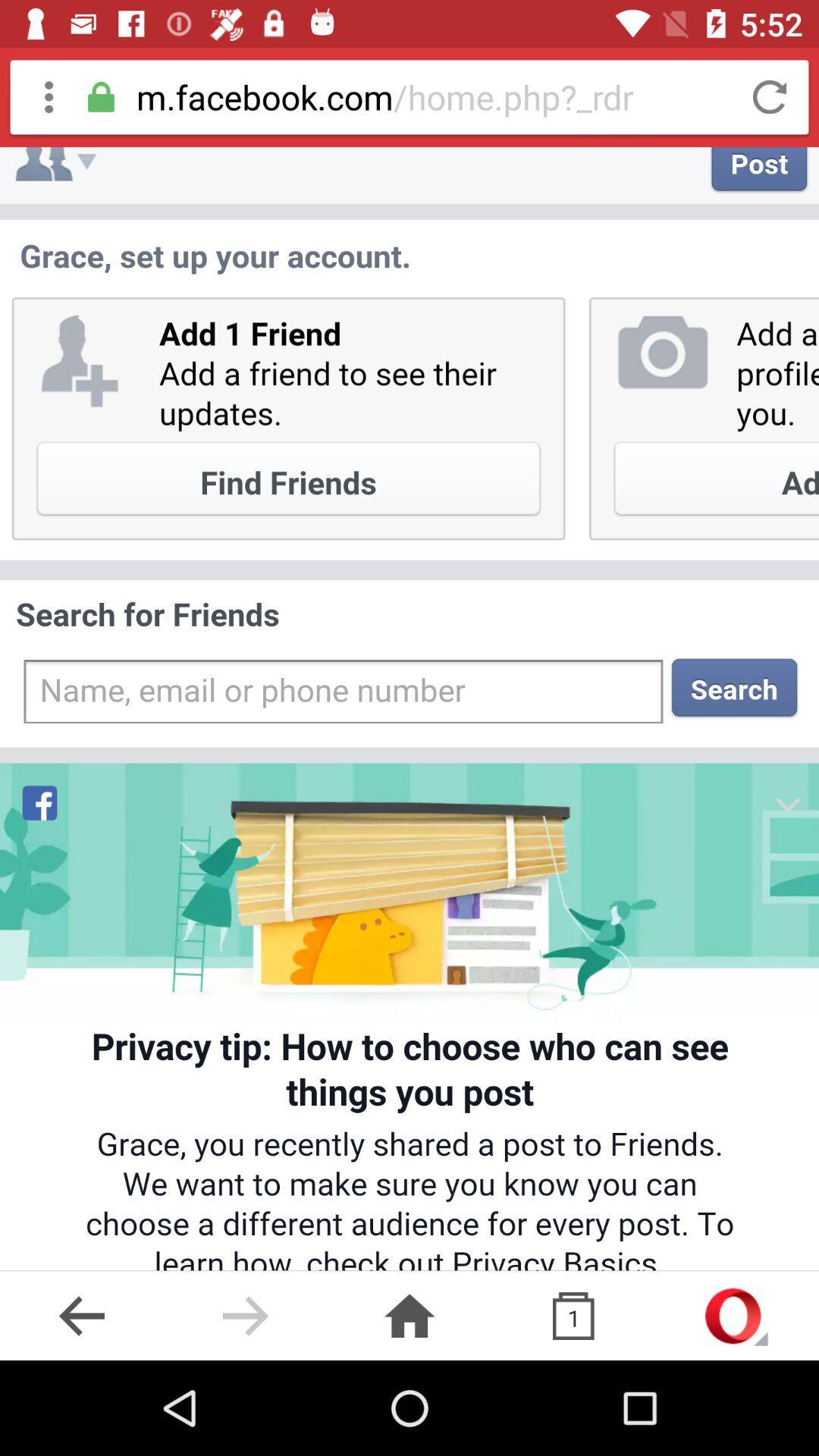  Describe the element at coordinates (245, 1315) in the screenshot. I see `the arrow_forward icon` at that location.